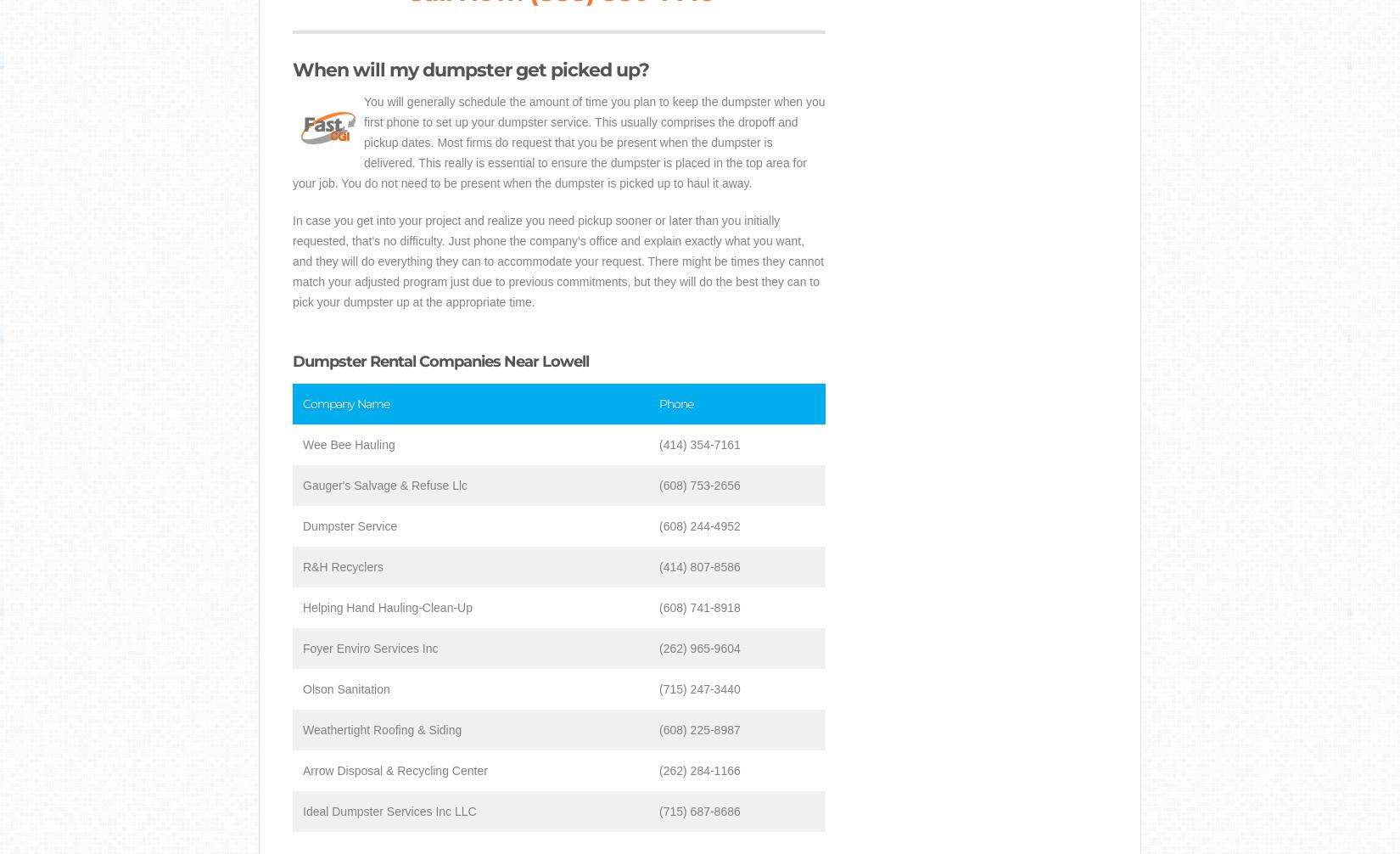 The image size is (1400, 854). What do you see at coordinates (698, 688) in the screenshot?
I see `'(715) 247-3440'` at bounding box center [698, 688].